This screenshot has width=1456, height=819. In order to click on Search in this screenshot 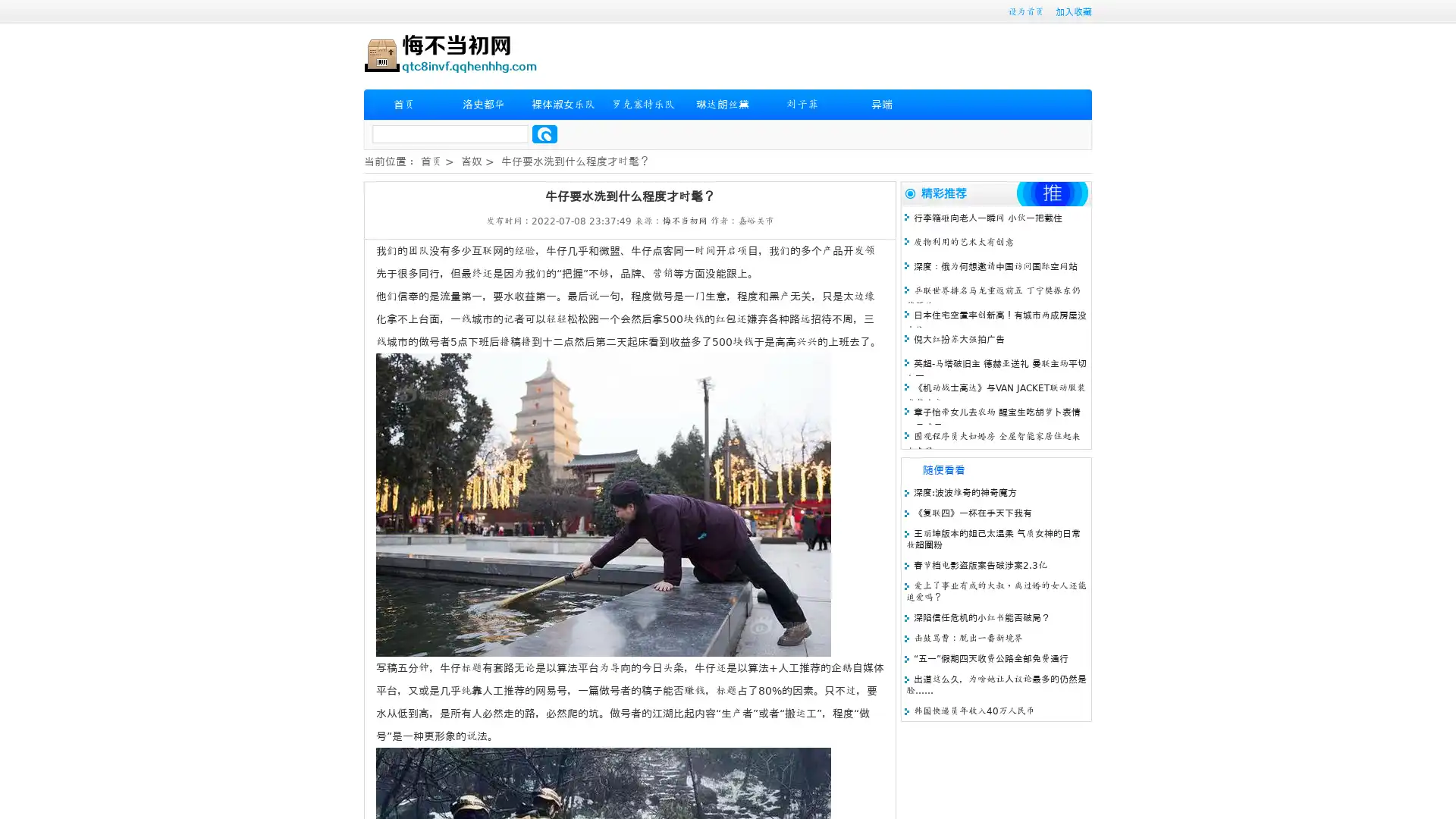, I will do `click(544, 133)`.